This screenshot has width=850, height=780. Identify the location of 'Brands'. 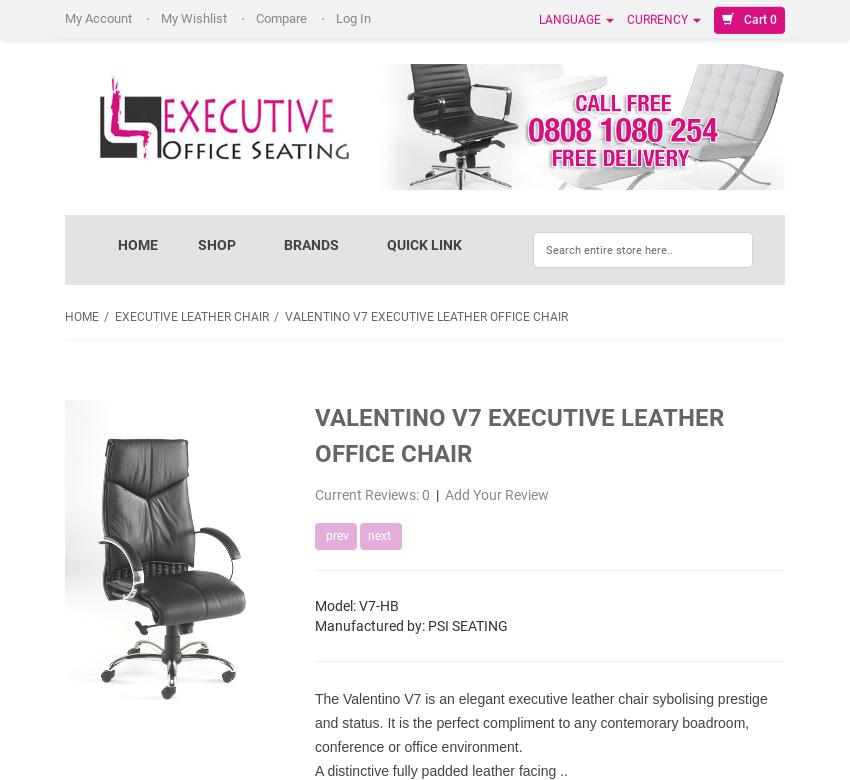
(310, 244).